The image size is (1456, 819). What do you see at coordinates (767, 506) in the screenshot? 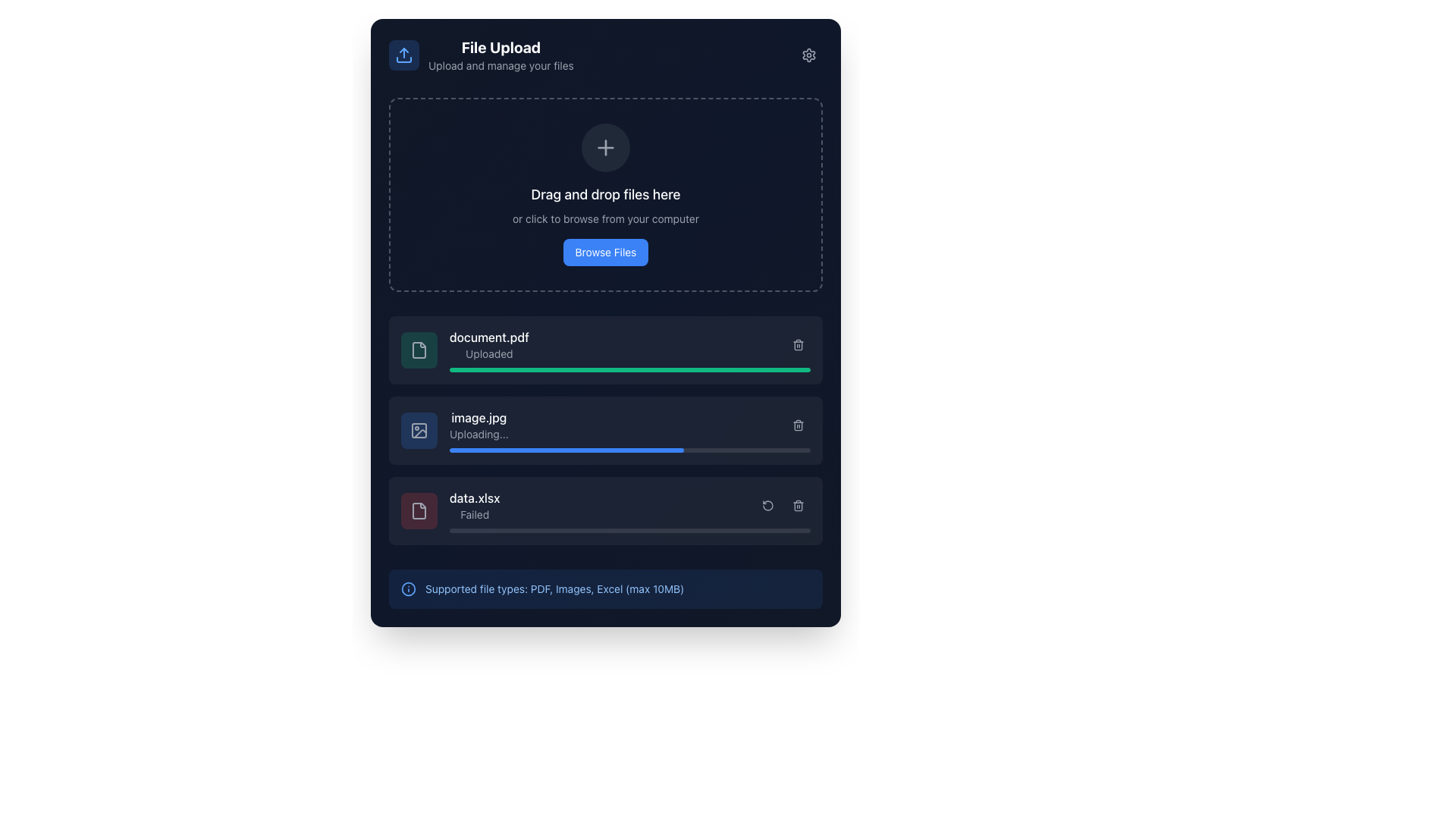
I see `the first circular icon on the right end of the file upload list to retry uploading the associated file` at bounding box center [767, 506].